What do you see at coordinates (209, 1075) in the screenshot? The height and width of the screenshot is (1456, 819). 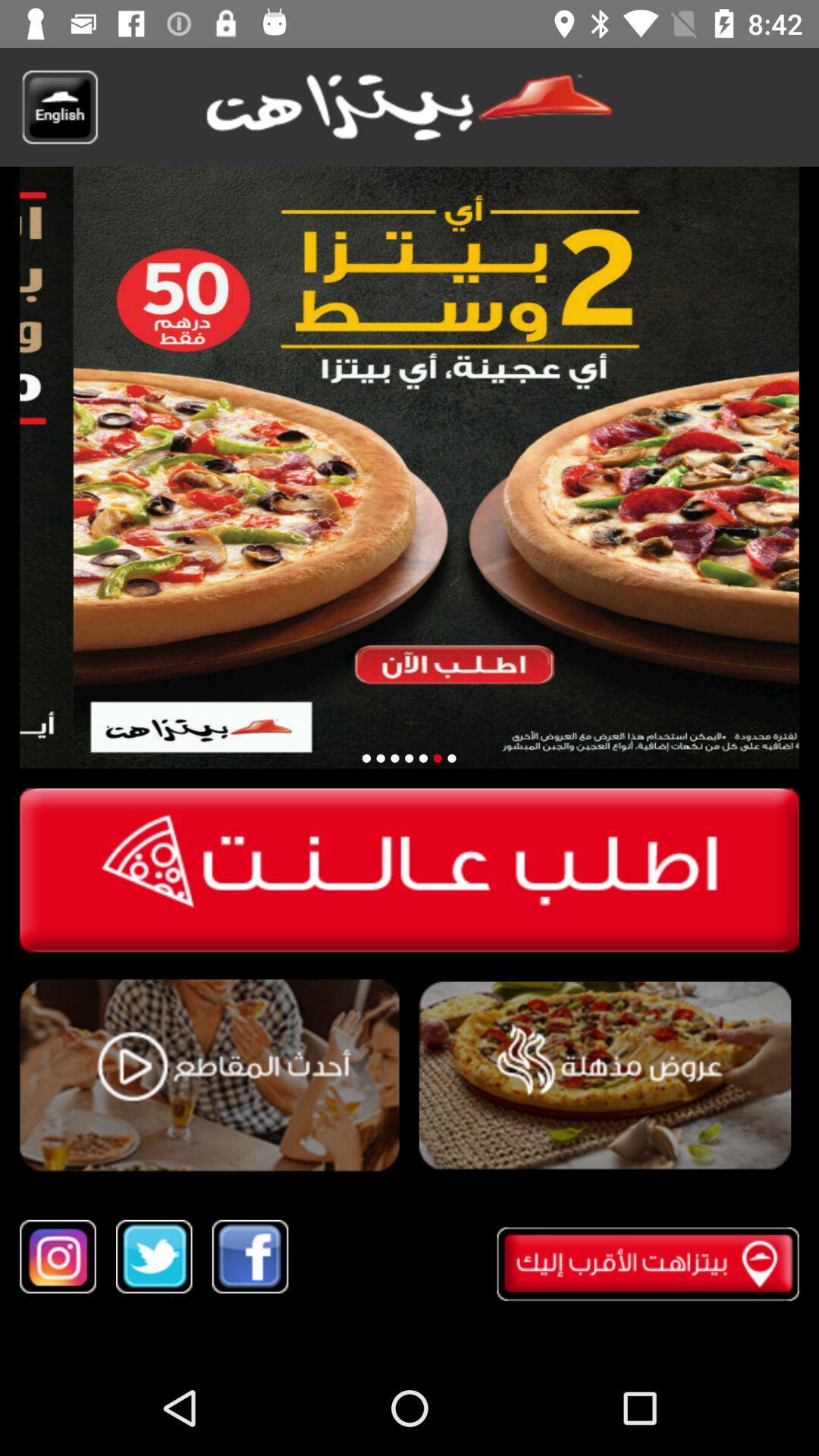 I see `video play button` at bounding box center [209, 1075].